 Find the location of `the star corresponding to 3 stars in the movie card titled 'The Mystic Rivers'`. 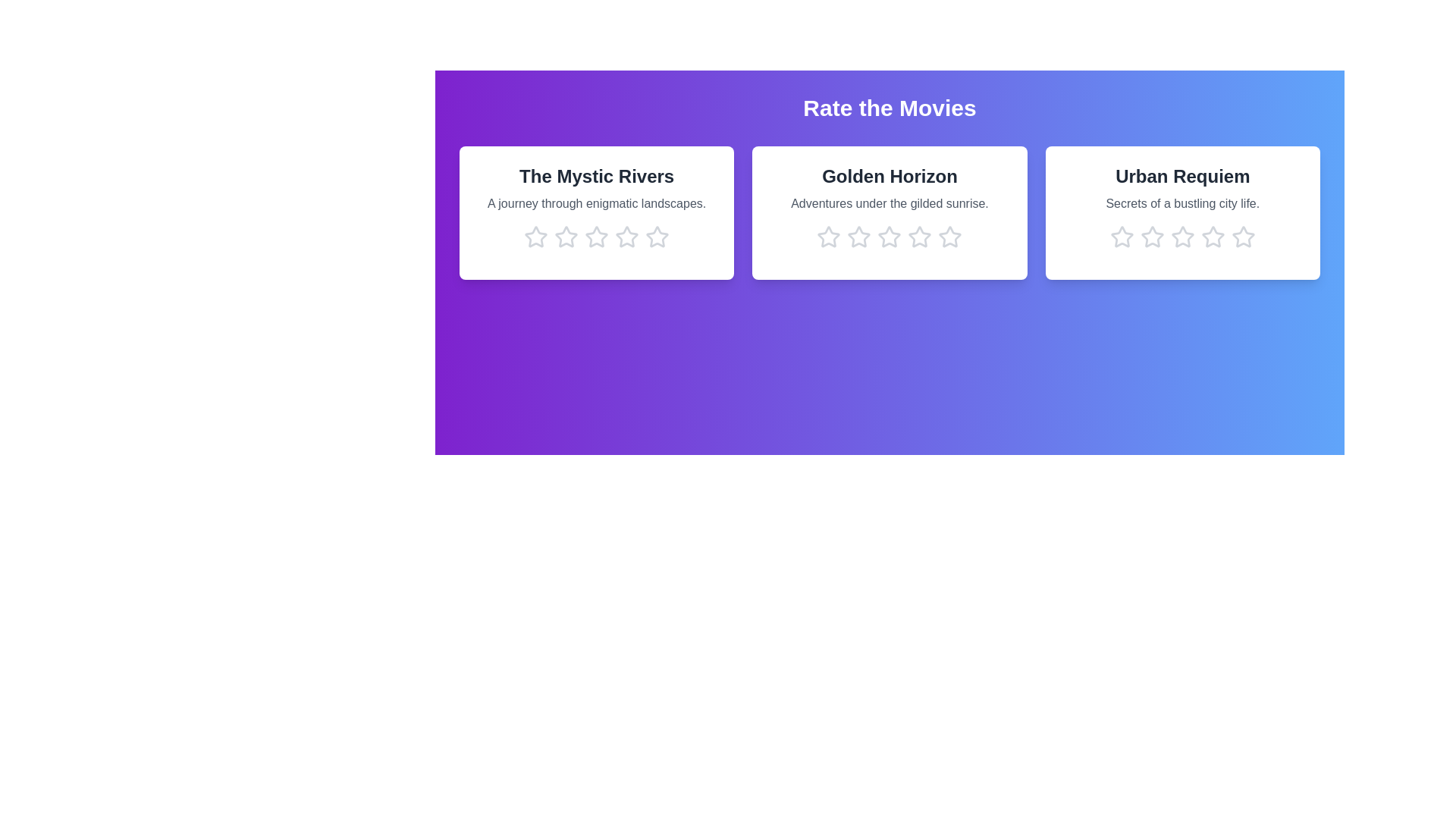

the star corresponding to 3 stars in the movie card titled 'The Mystic Rivers' is located at coordinates (596, 237).